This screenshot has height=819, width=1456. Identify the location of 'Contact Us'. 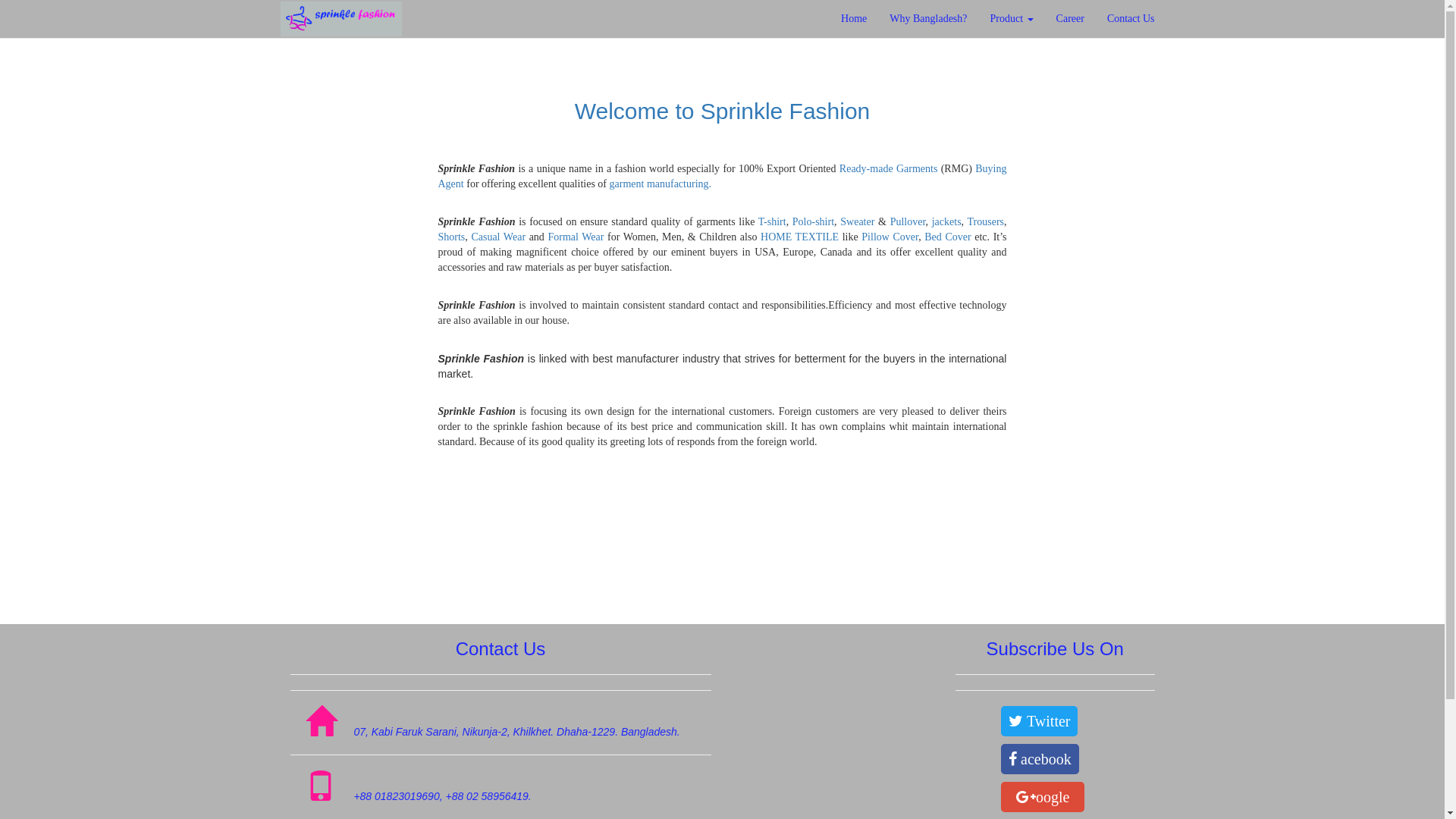
(1095, 18).